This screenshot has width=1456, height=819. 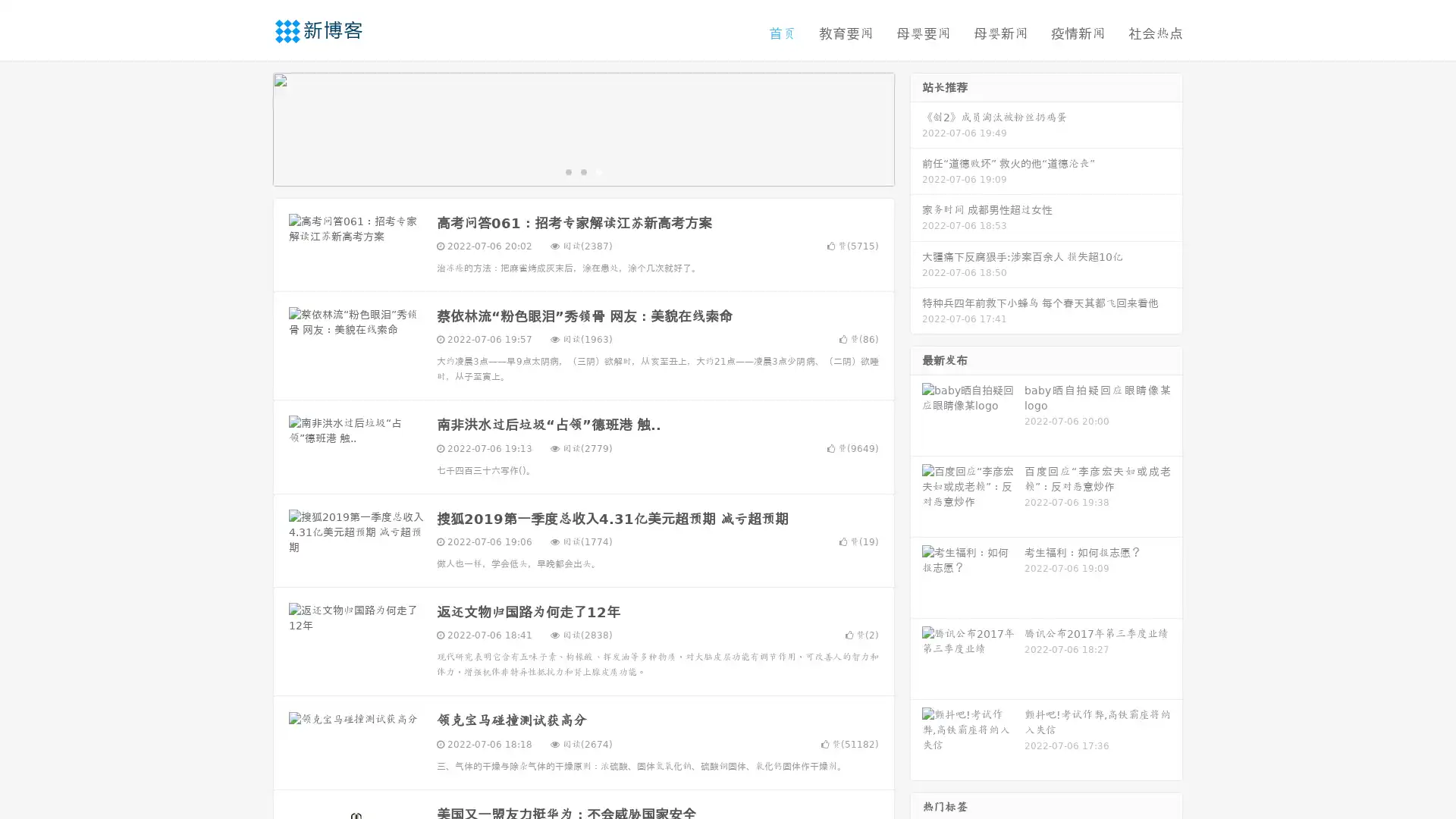 I want to click on Previous slide, so click(x=250, y=127).